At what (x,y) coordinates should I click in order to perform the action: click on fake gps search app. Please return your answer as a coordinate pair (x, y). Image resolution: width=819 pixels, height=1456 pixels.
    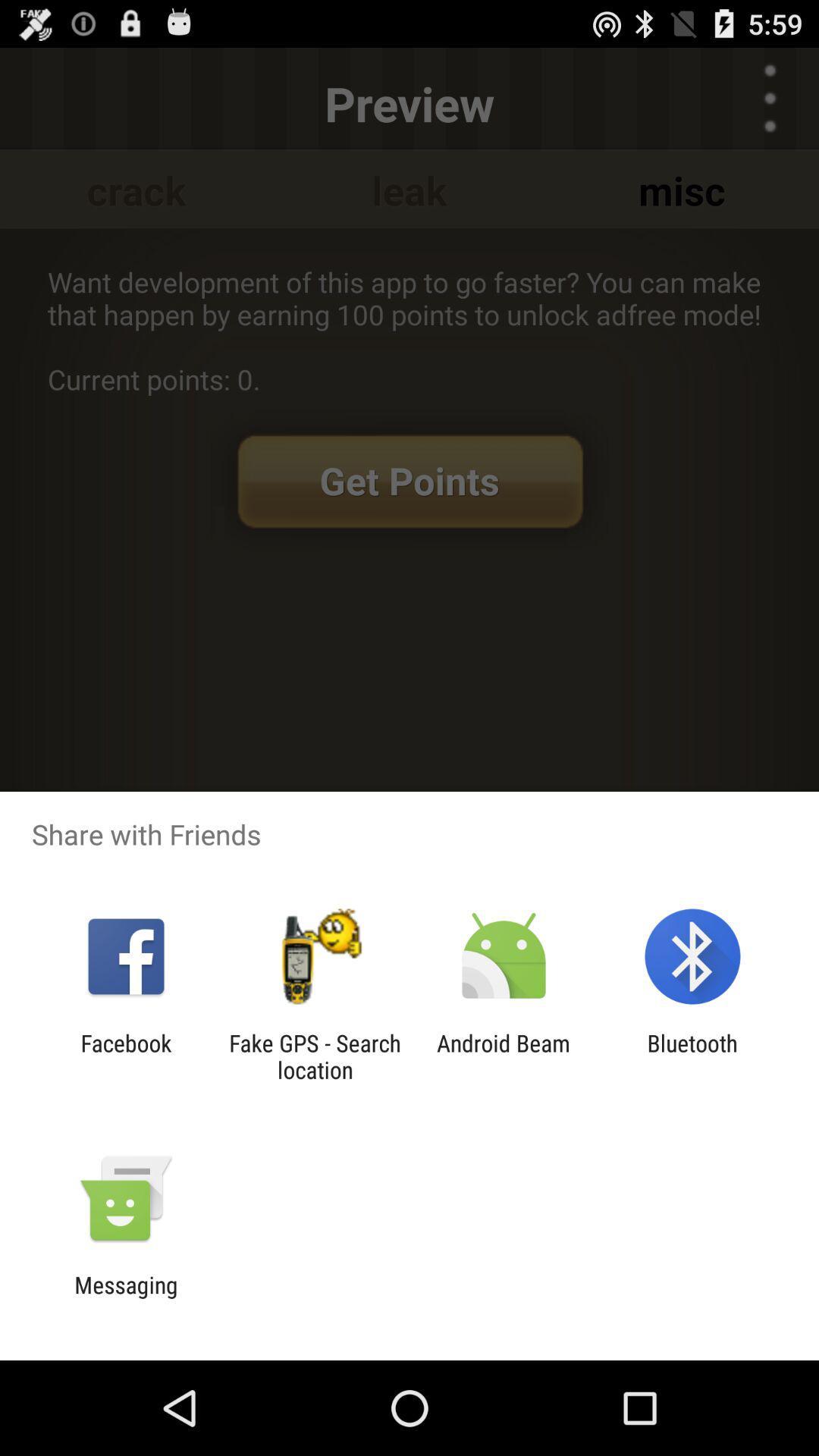
    Looking at the image, I should click on (314, 1056).